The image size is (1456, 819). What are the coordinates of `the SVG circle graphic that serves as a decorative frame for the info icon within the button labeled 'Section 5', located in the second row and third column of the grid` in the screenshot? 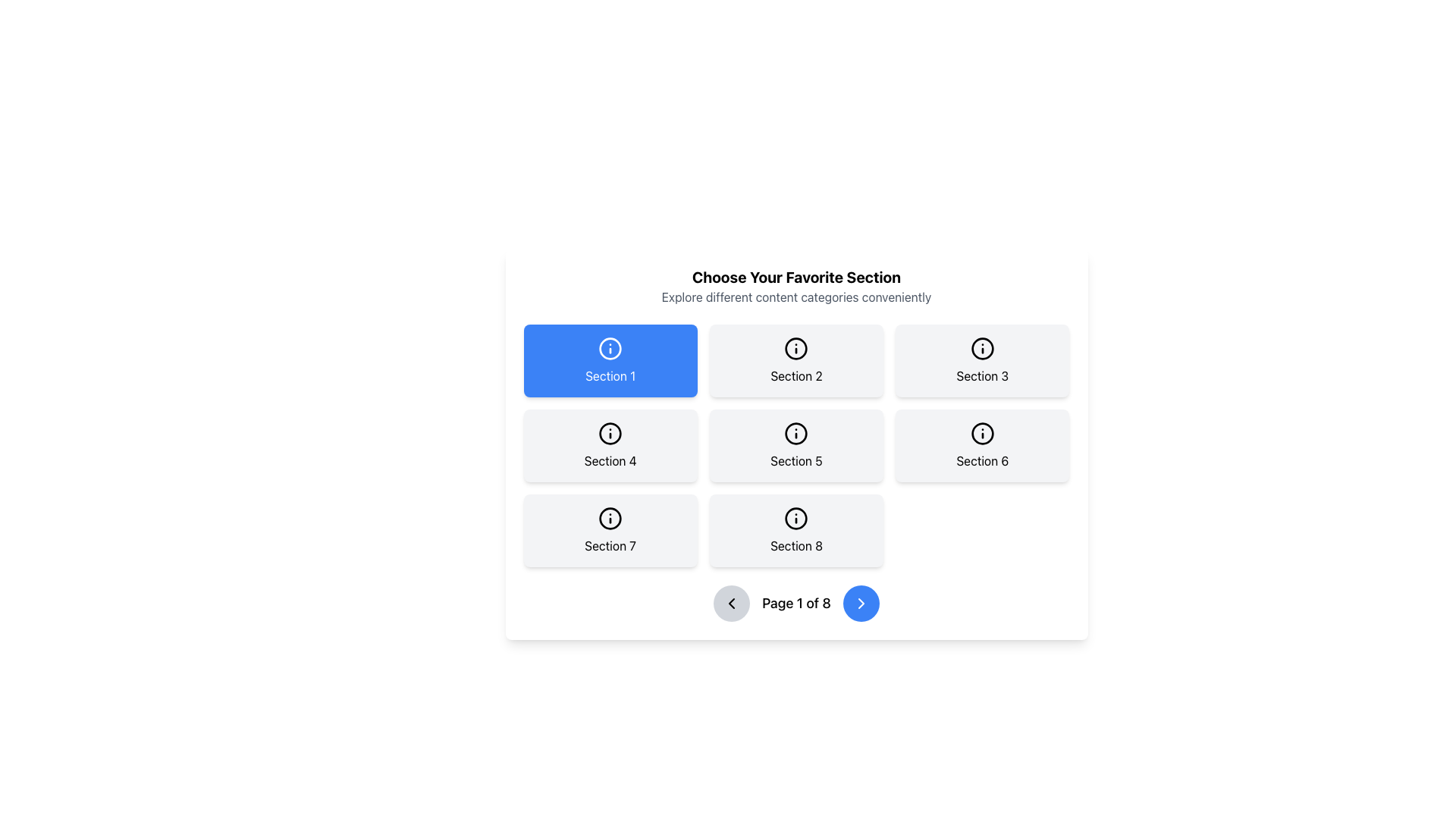 It's located at (795, 433).